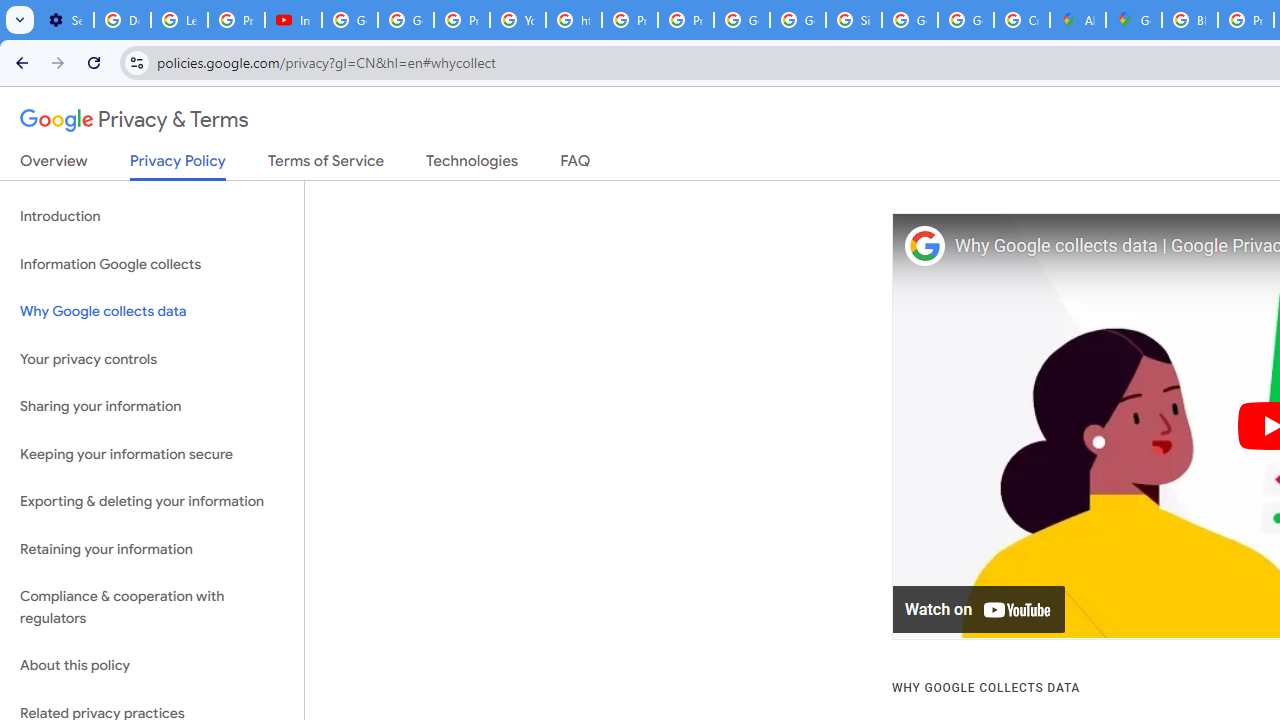 This screenshot has height=720, width=1280. Describe the element at coordinates (151, 406) in the screenshot. I see `'Sharing your information'` at that location.